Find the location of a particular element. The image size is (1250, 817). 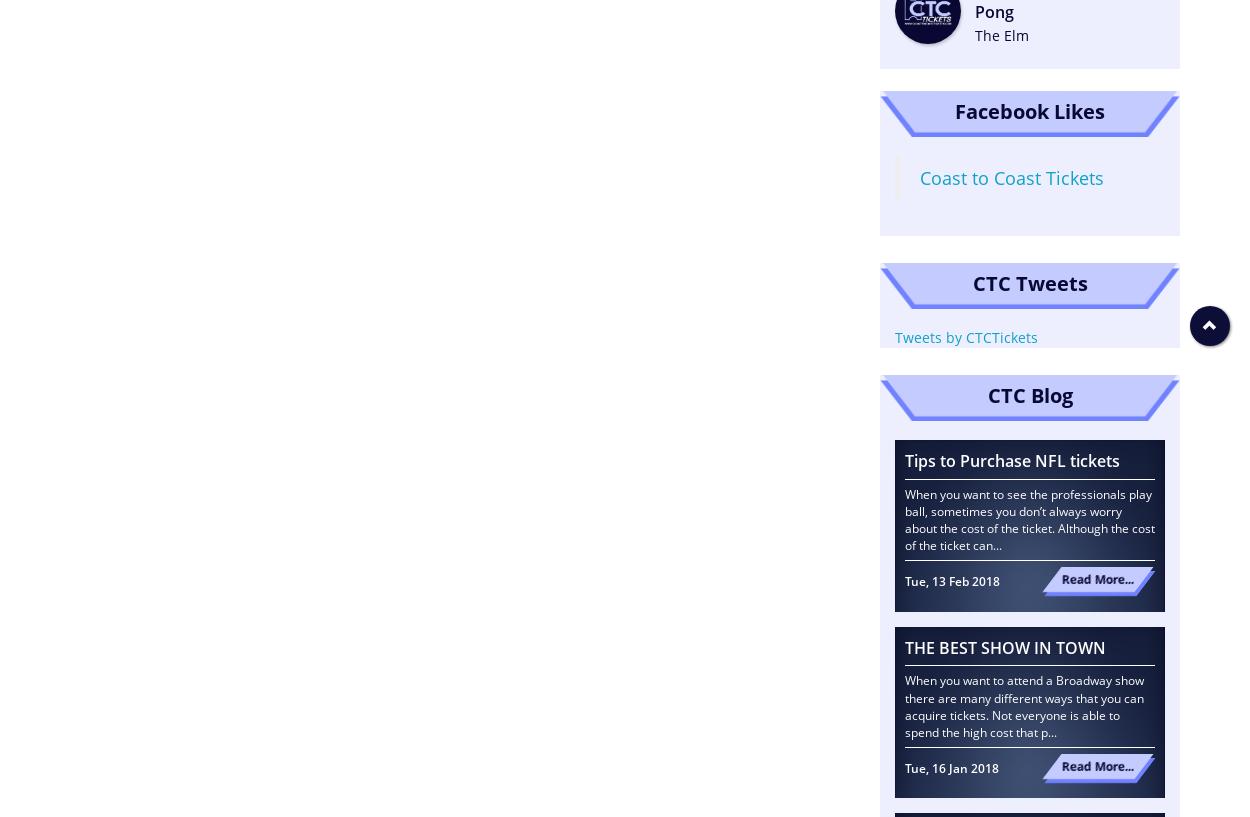

'When you want to attend a Broadway show there are many different ways that you can acquire tickets. Not everyone is able to spend the high cost that p...' is located at coordinates (1024, 704).